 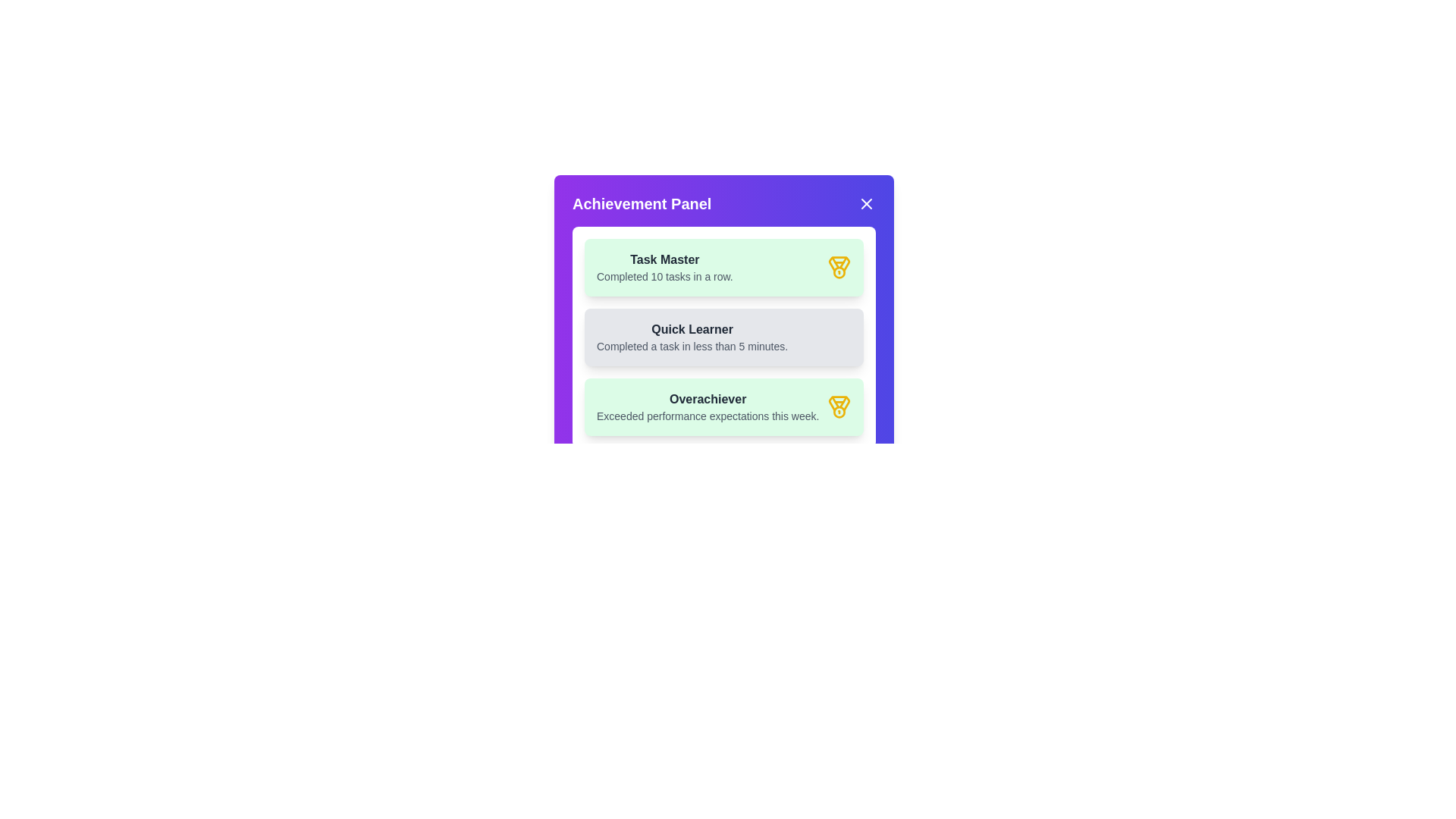 What do you see at coordinates (866, 203) in the screenshot?
I see `the close button located at the top-right corner of the 'Achievement Panel'` at bounding box center [866, 203].